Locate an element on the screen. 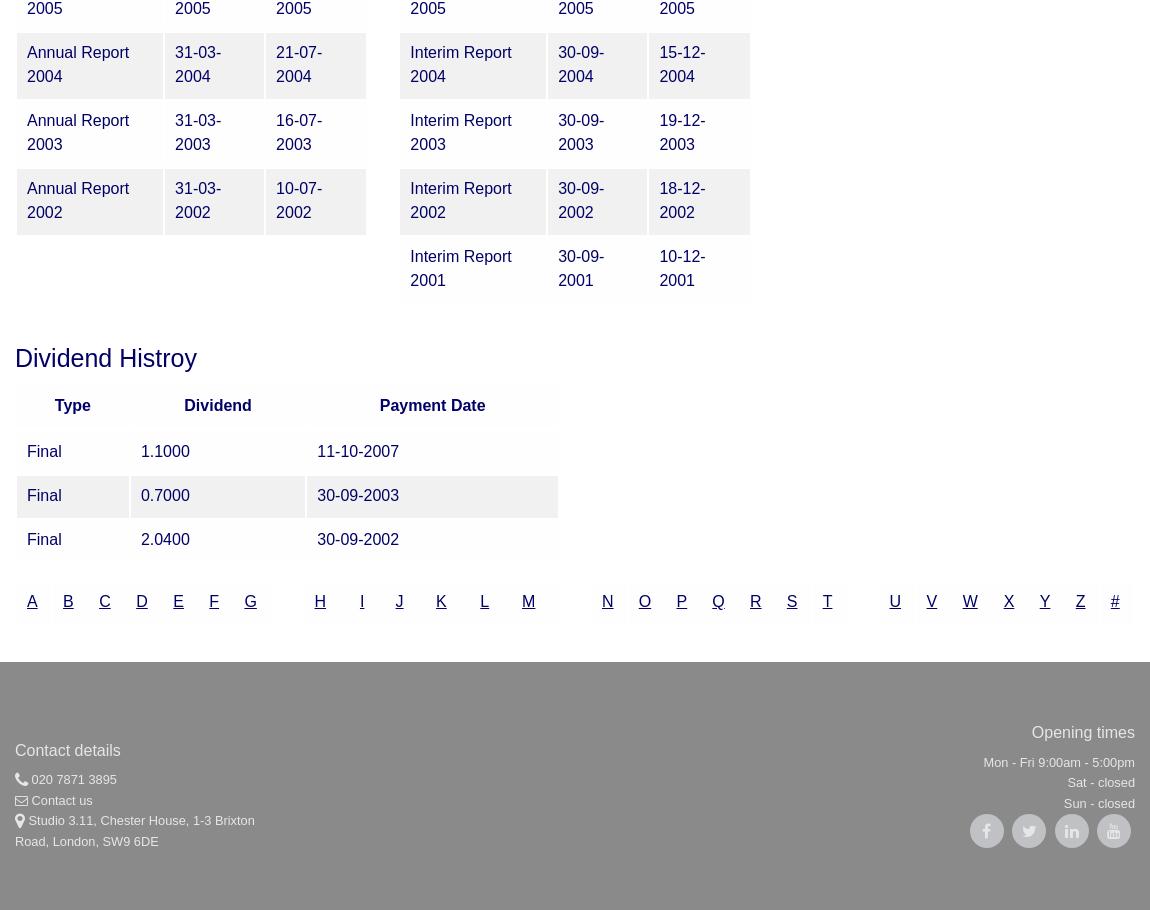 This screenshot has width=1150, height=910. 'Studio 3.11, Chester House, 1-3 Brixton Road, London, SW9 6DE' is located at coordinates (133, 830).